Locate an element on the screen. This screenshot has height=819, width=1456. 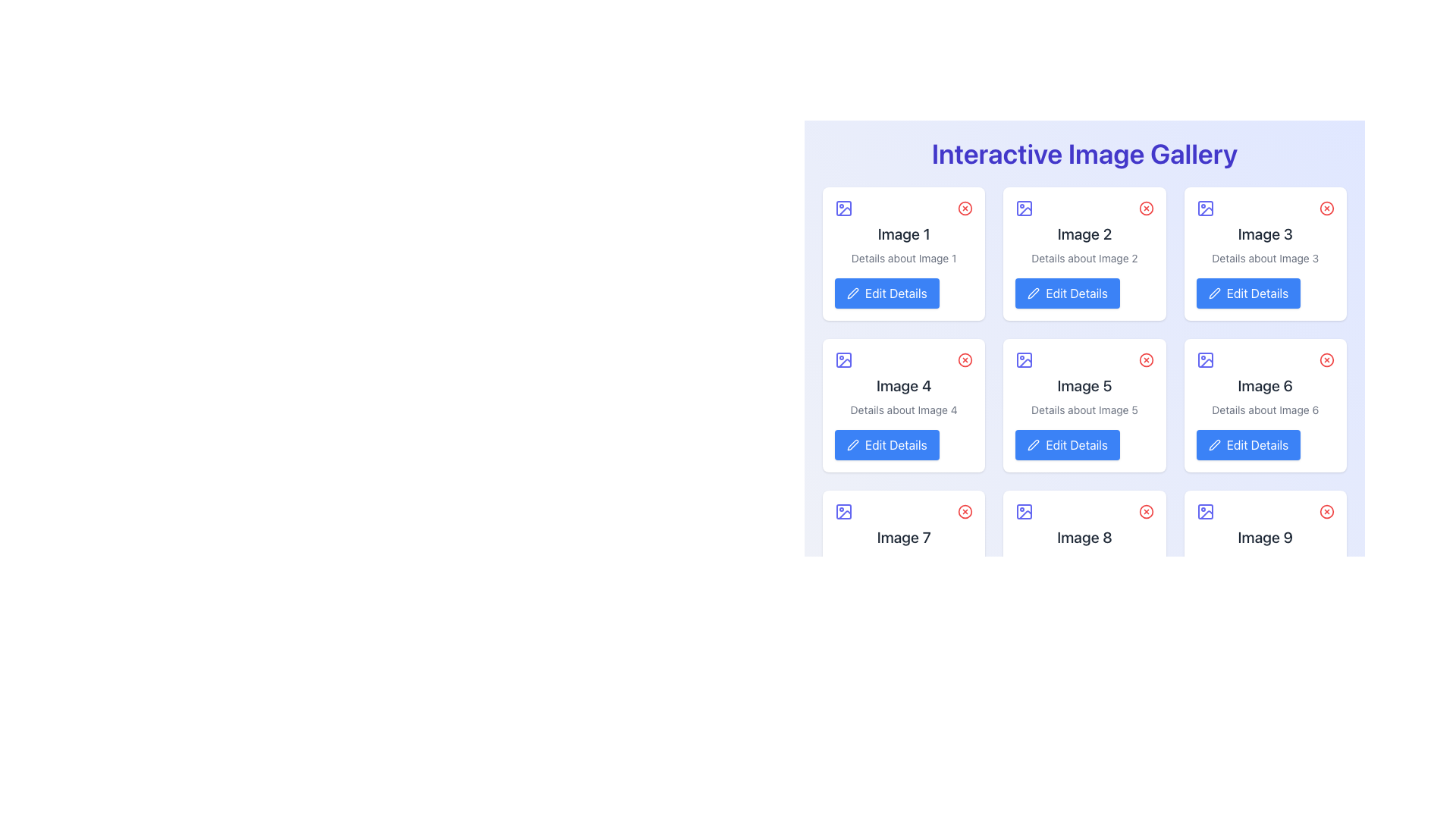
the small circular icon with a red border and a red 'X' symbol in the top-right corner of 'Image 4' is located at coordinates (965, 359).